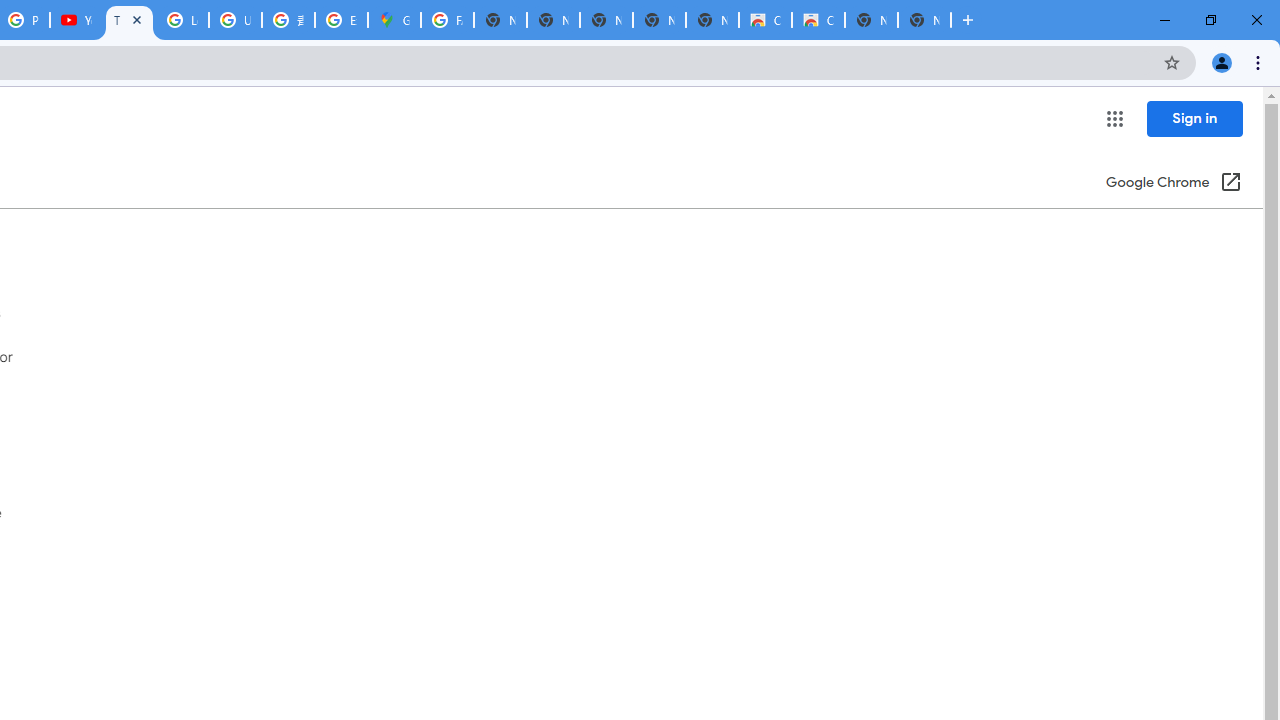 Image resolution: width=1280 pixels, height=720 pixels. I want to click on 'Google Chrome (Open in a new window)', so click(1173, 183).